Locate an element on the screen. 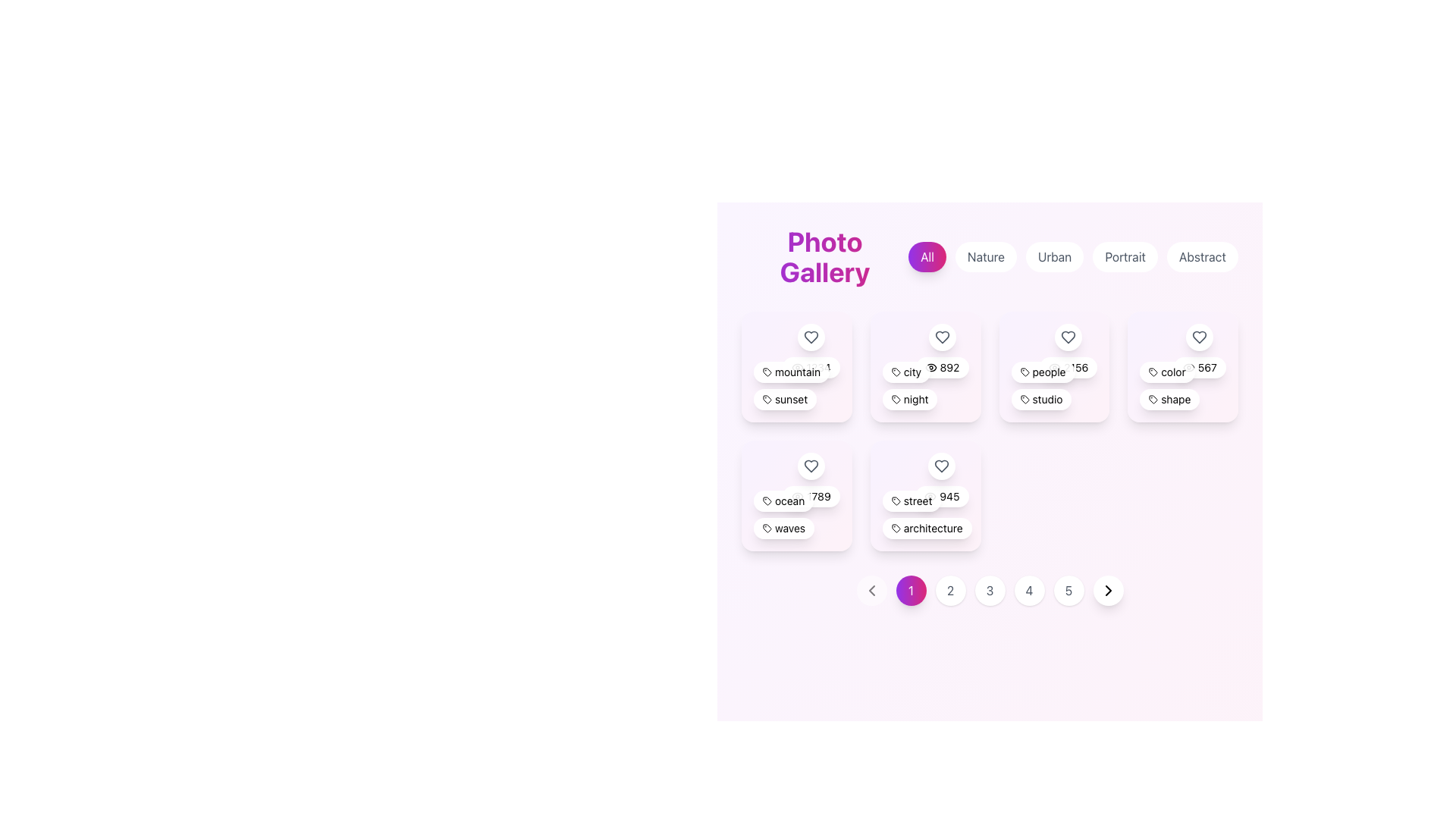  the label containing the tags 'street' and 'architecture' to interact with associated actions is located at coordinates (924, 513).